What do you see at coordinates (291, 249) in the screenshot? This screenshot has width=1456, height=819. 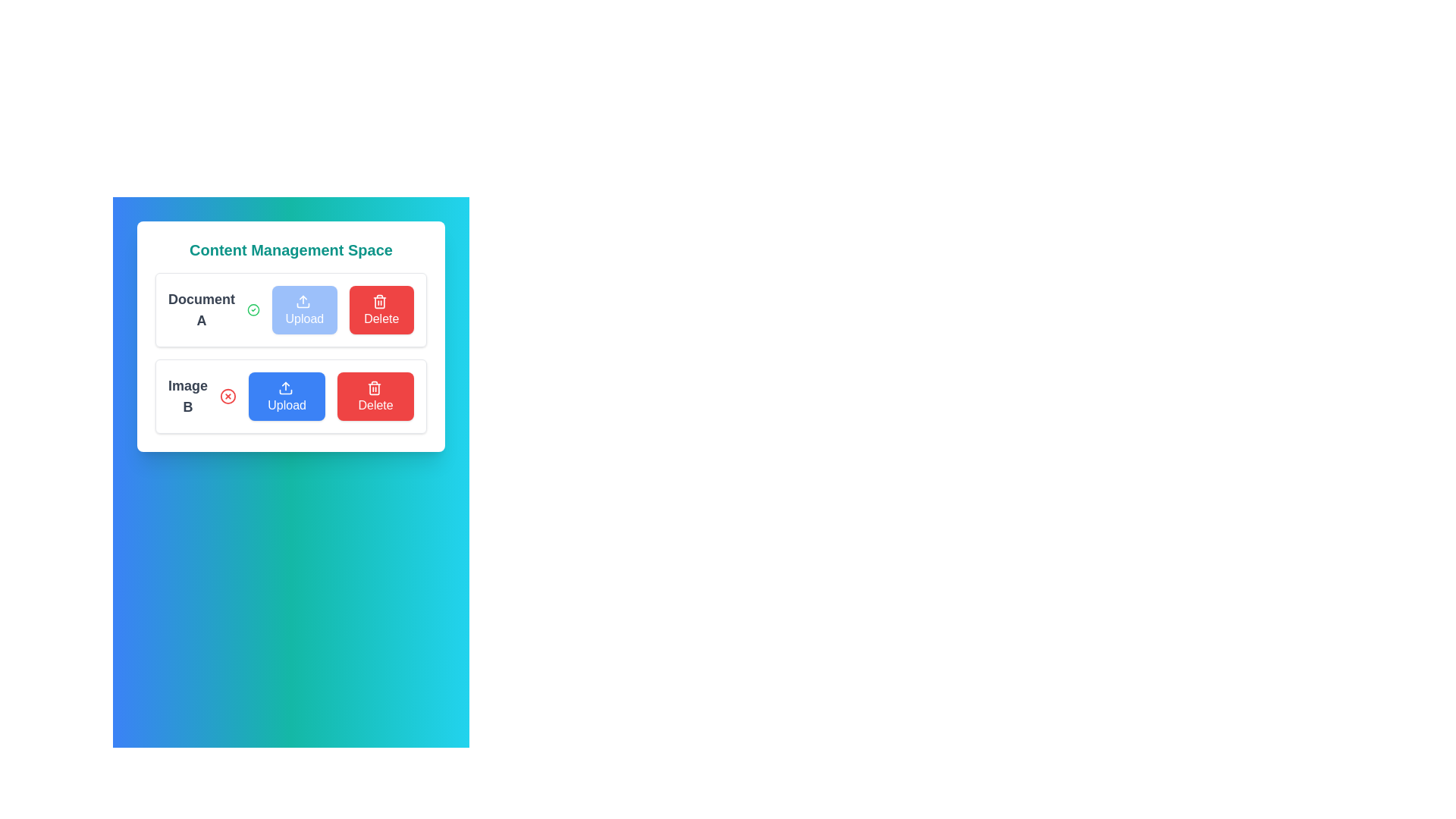 I see `the title text that indicates the context of the interface section, which is centrally aligned above the file management options` at bounding box center [291, 249].